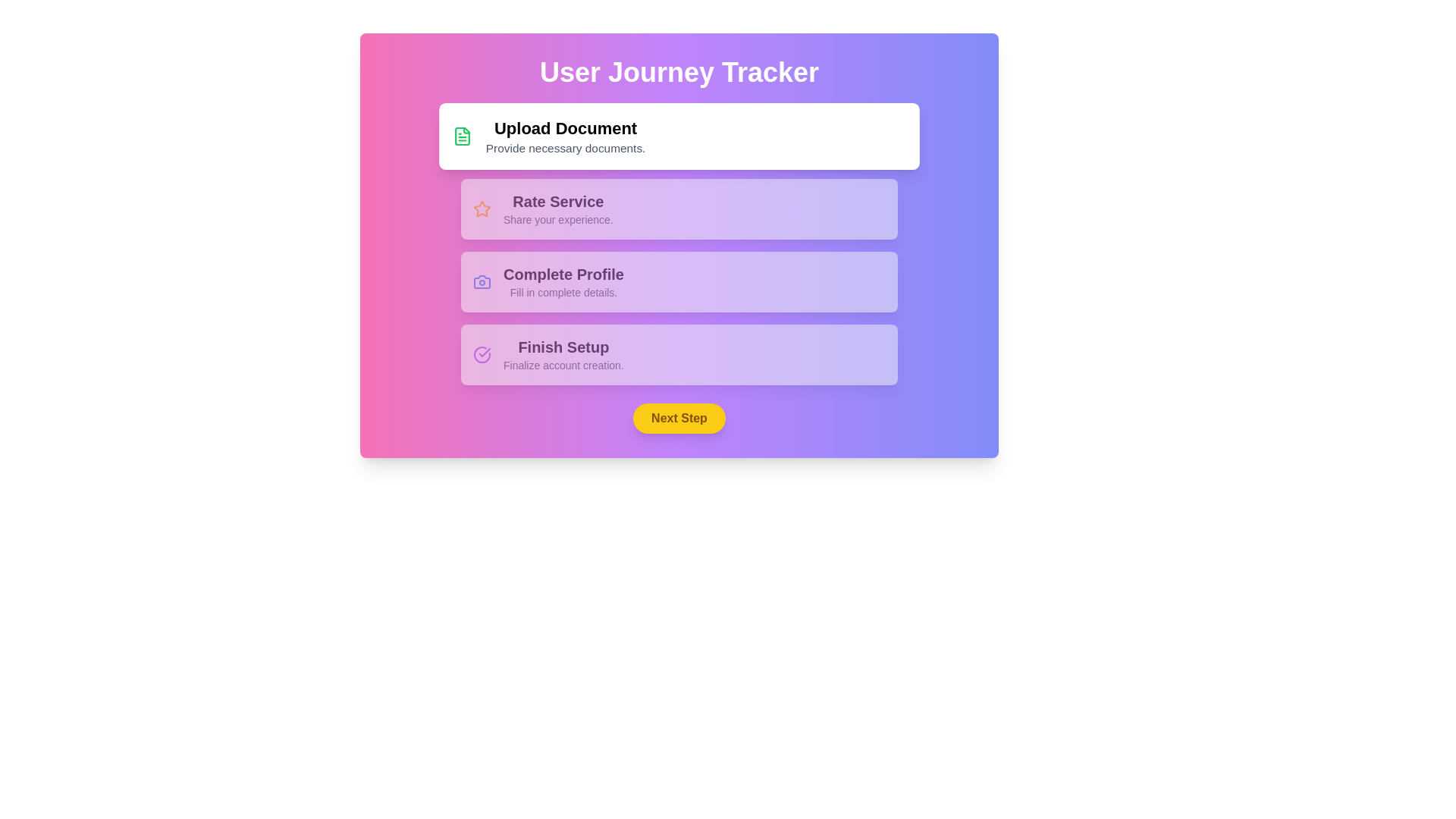 This screenshot has height=819, width=1456. I want to click on text from the multiline text label displaying 'Complete Profile' and 'Fill in complete details', which is the second option in the list of steps below 'Rate Service' and above 'Finish Setup', so click(563, 281).